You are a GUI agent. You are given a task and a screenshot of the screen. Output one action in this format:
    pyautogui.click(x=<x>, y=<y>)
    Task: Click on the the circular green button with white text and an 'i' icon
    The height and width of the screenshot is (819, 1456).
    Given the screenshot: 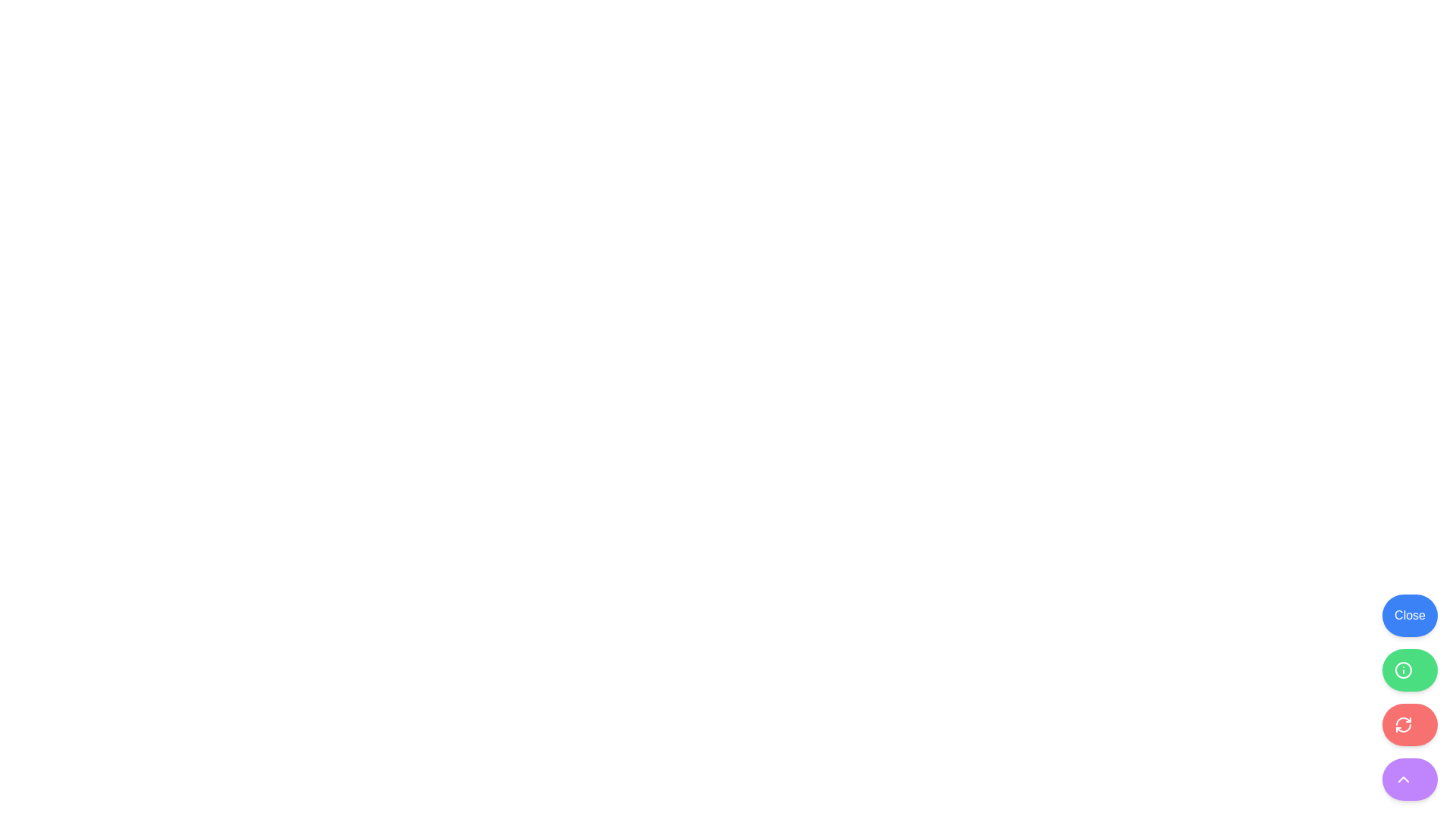 What is the action you would take?
    pyautogui.click(x=1409, y=669)
    